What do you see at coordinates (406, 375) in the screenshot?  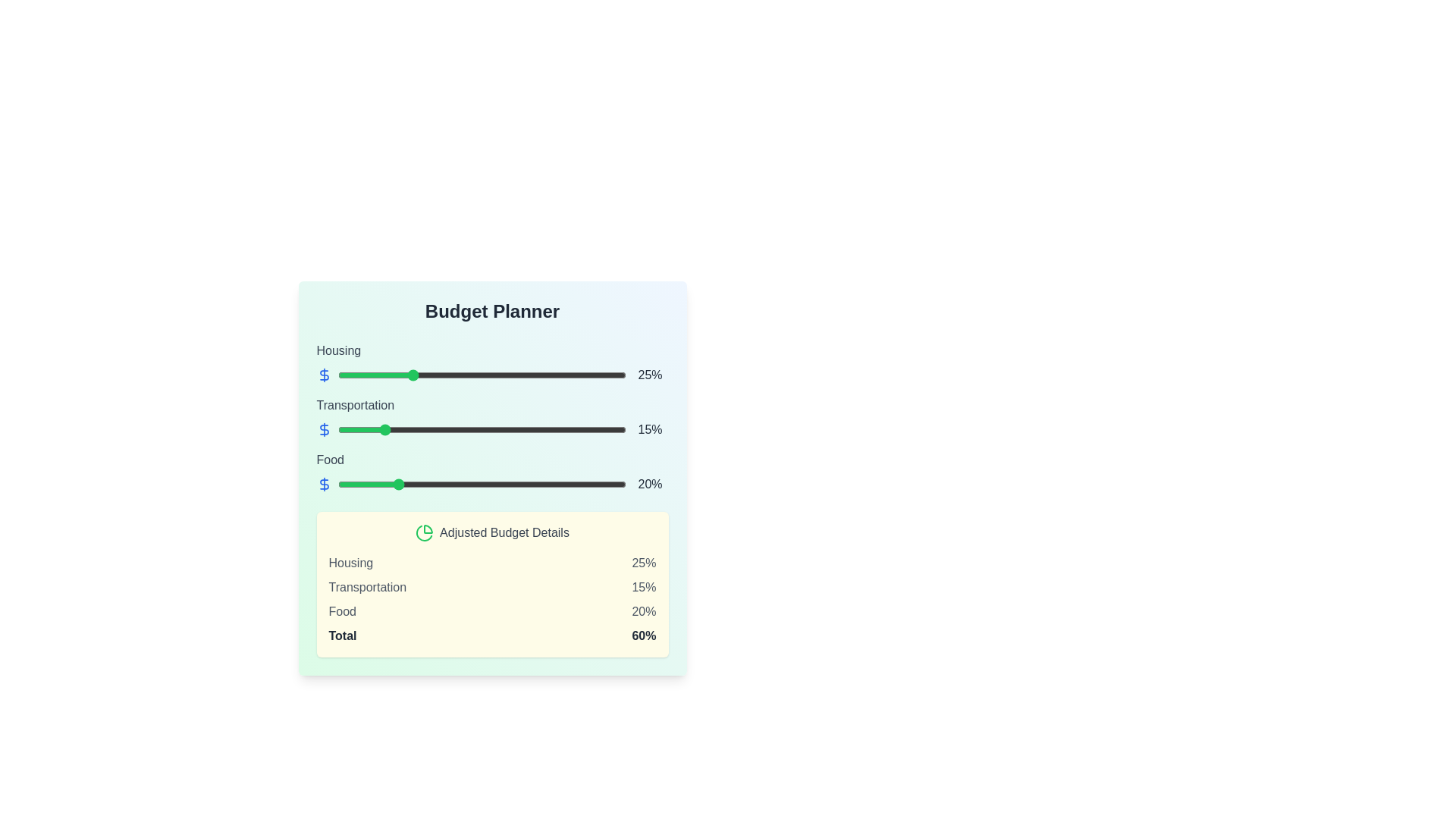 I see `the housing budget slider` at bounding box center [406, 375].